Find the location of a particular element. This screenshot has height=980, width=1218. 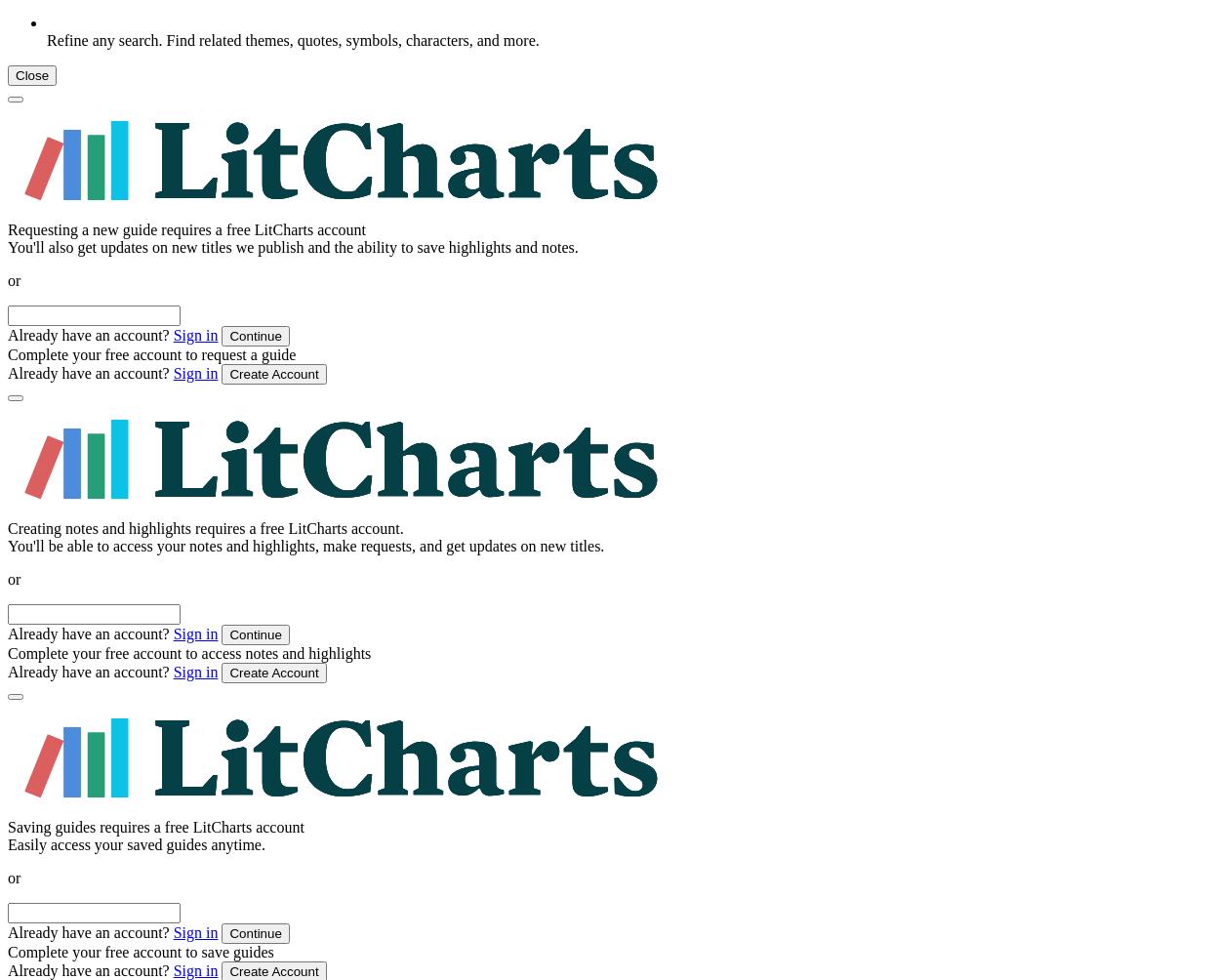

'Close' is located at coordinates (31, 74).